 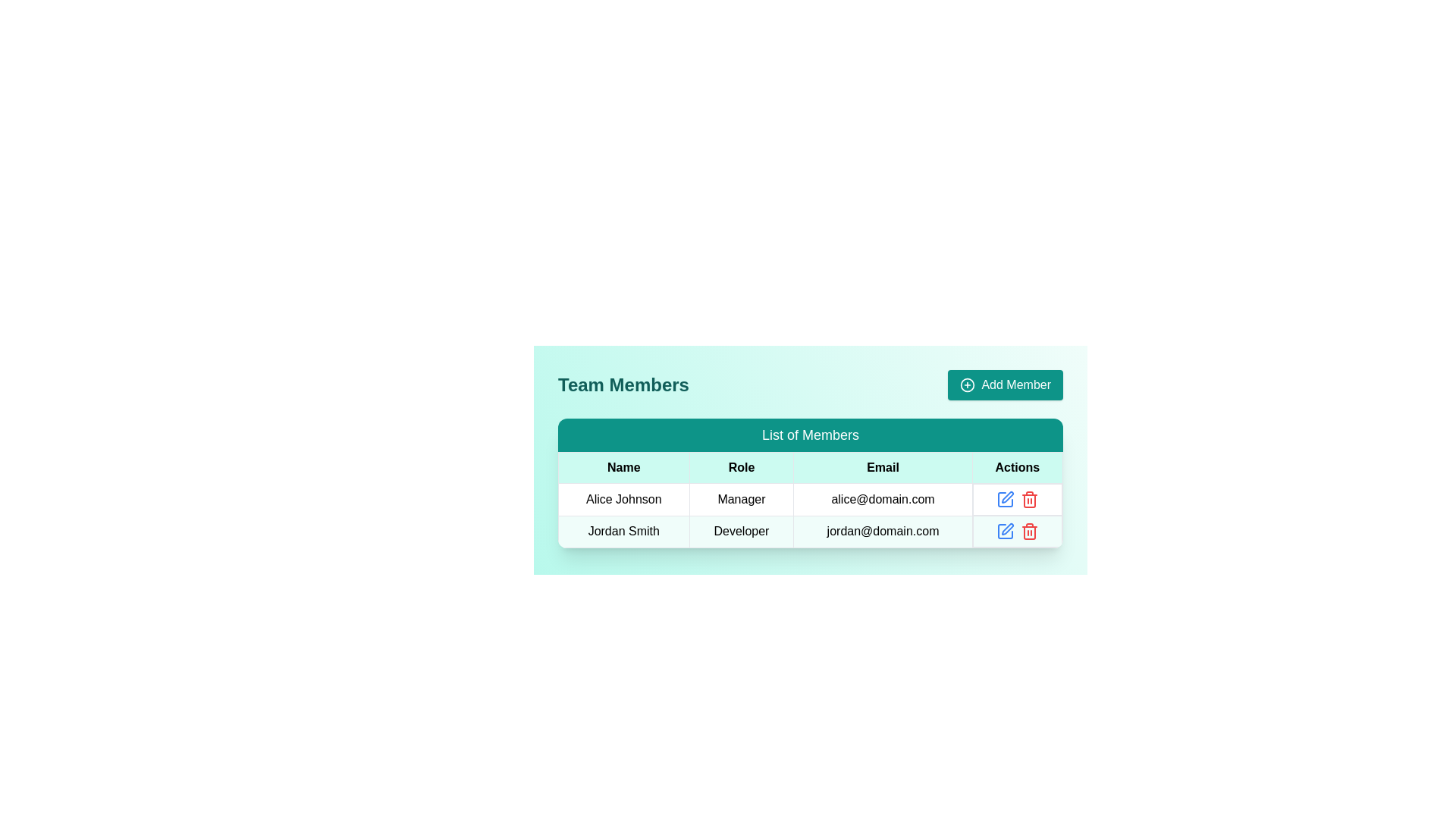 What do you see at coordinates (1005, 531) in the screenshot?
I see `the first Icon Button in the 'Actions' column of the second row in the 'List of Members' table` at bounding box center [1005, 531].